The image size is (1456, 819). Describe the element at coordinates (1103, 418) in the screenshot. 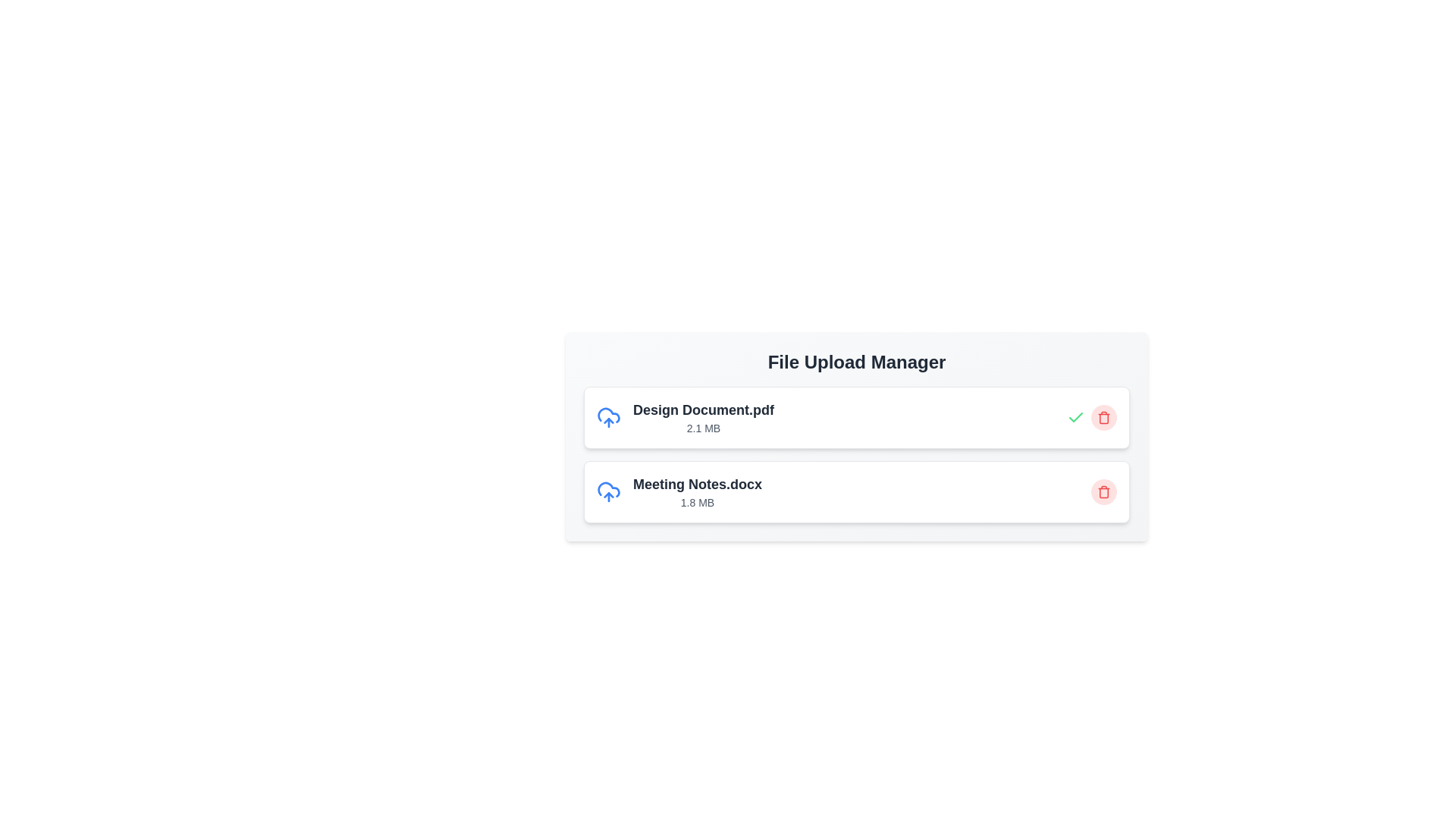

I see `trash icon corresponding to the file named Design Document.pdf to remove it` at that location.